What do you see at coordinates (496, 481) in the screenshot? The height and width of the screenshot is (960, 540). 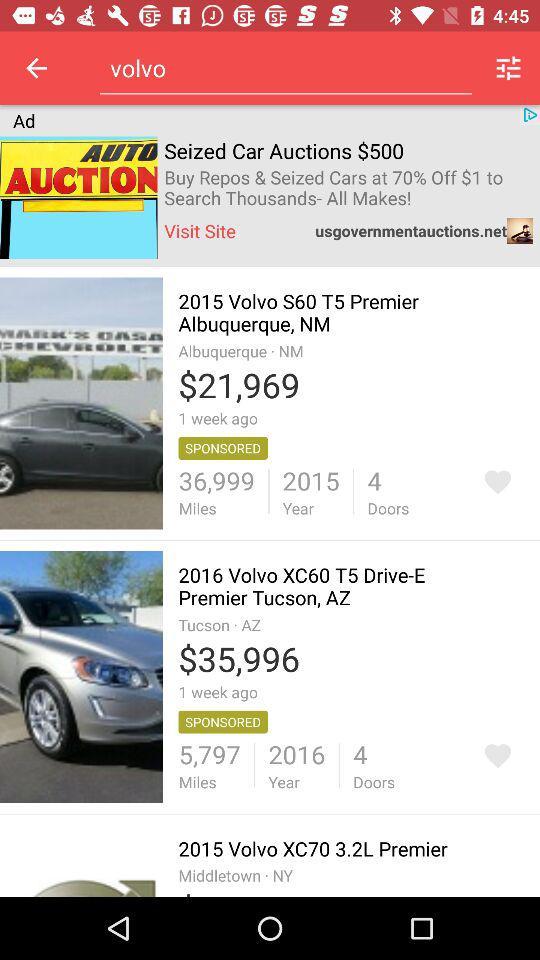 I see `go back` at bounding box center [496, 481].